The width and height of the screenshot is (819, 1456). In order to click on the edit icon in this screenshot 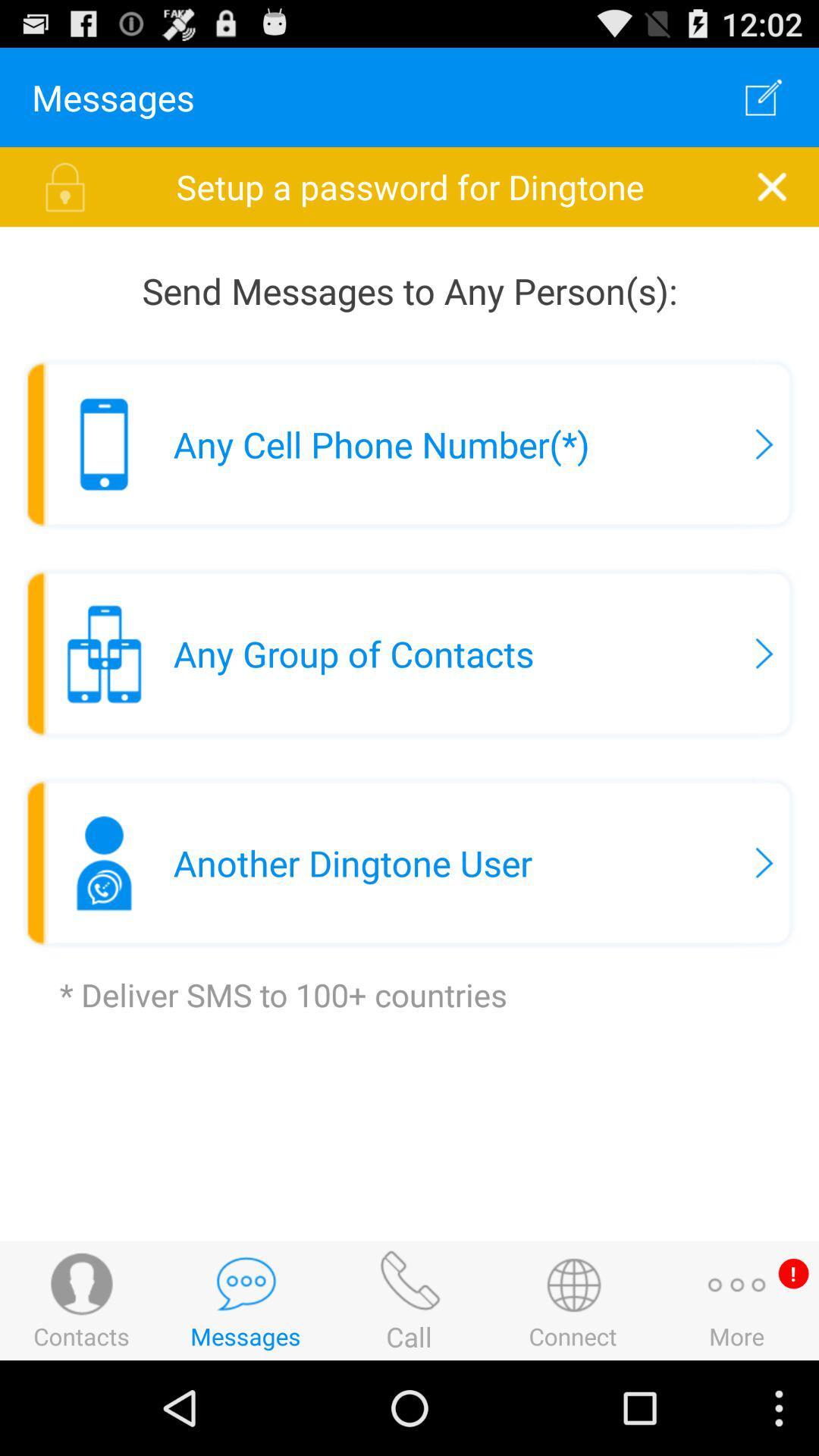, I will do `click(764, 103)`.